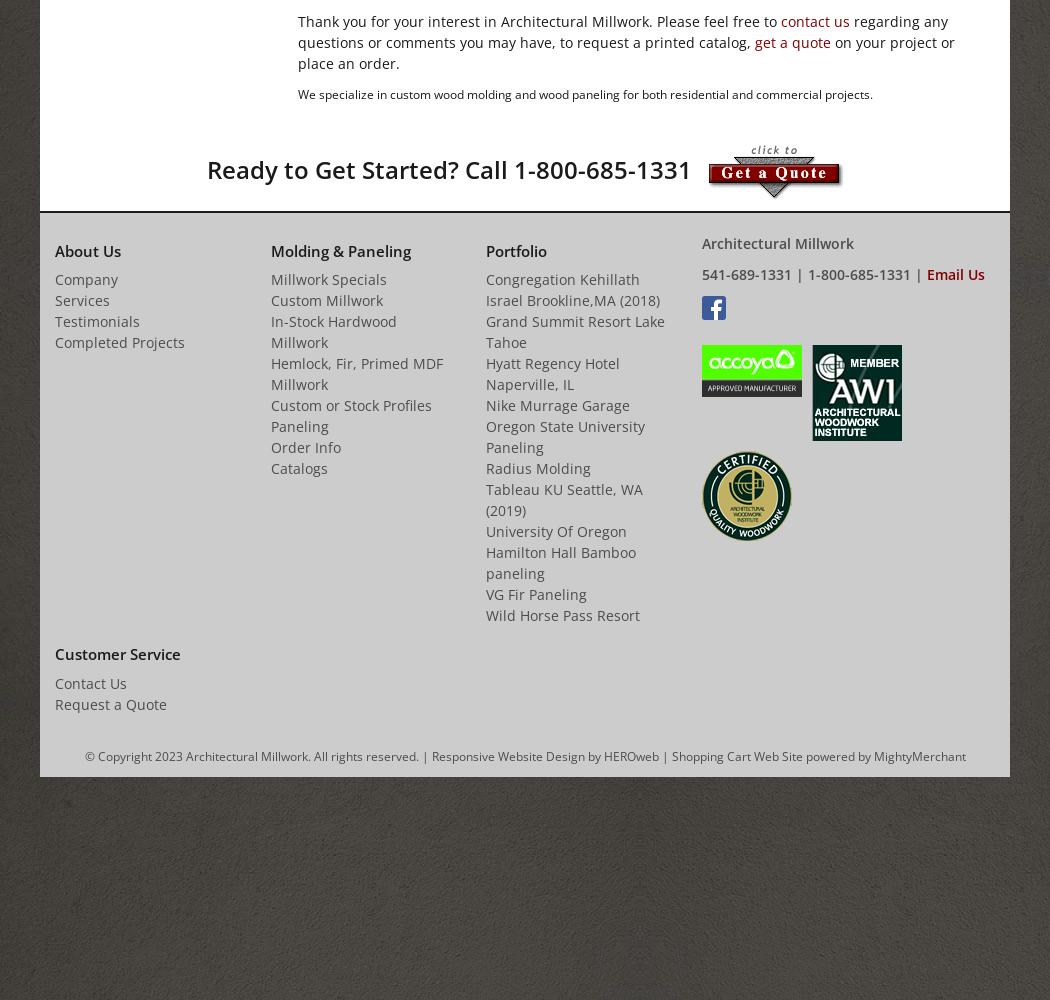  What do you see at coordinates (553, 362) in the screenshot?
I see `'Hyatt Regency Hotel'` at bounding box center [553, 362].